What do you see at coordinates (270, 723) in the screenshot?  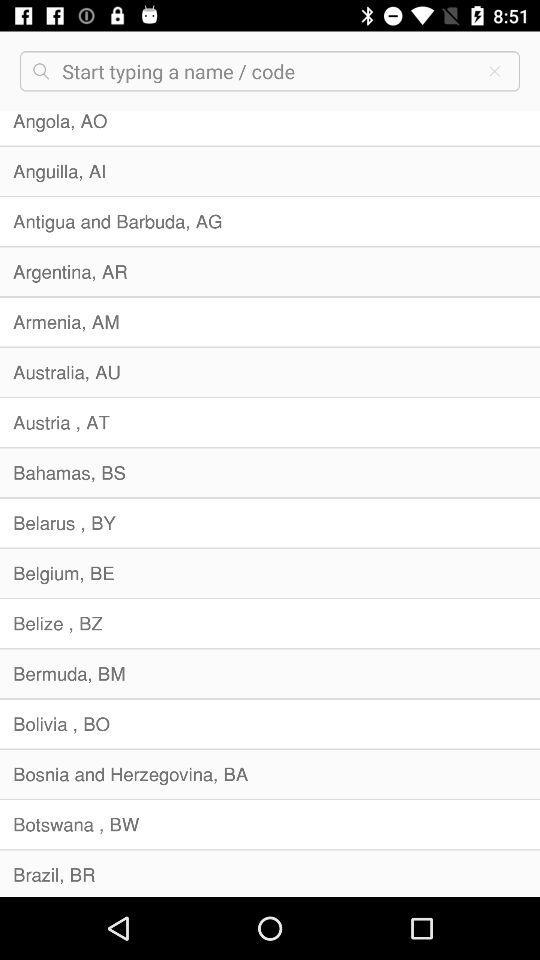 I see `icon below bermuda, bm` at bounding box center [270, 723].